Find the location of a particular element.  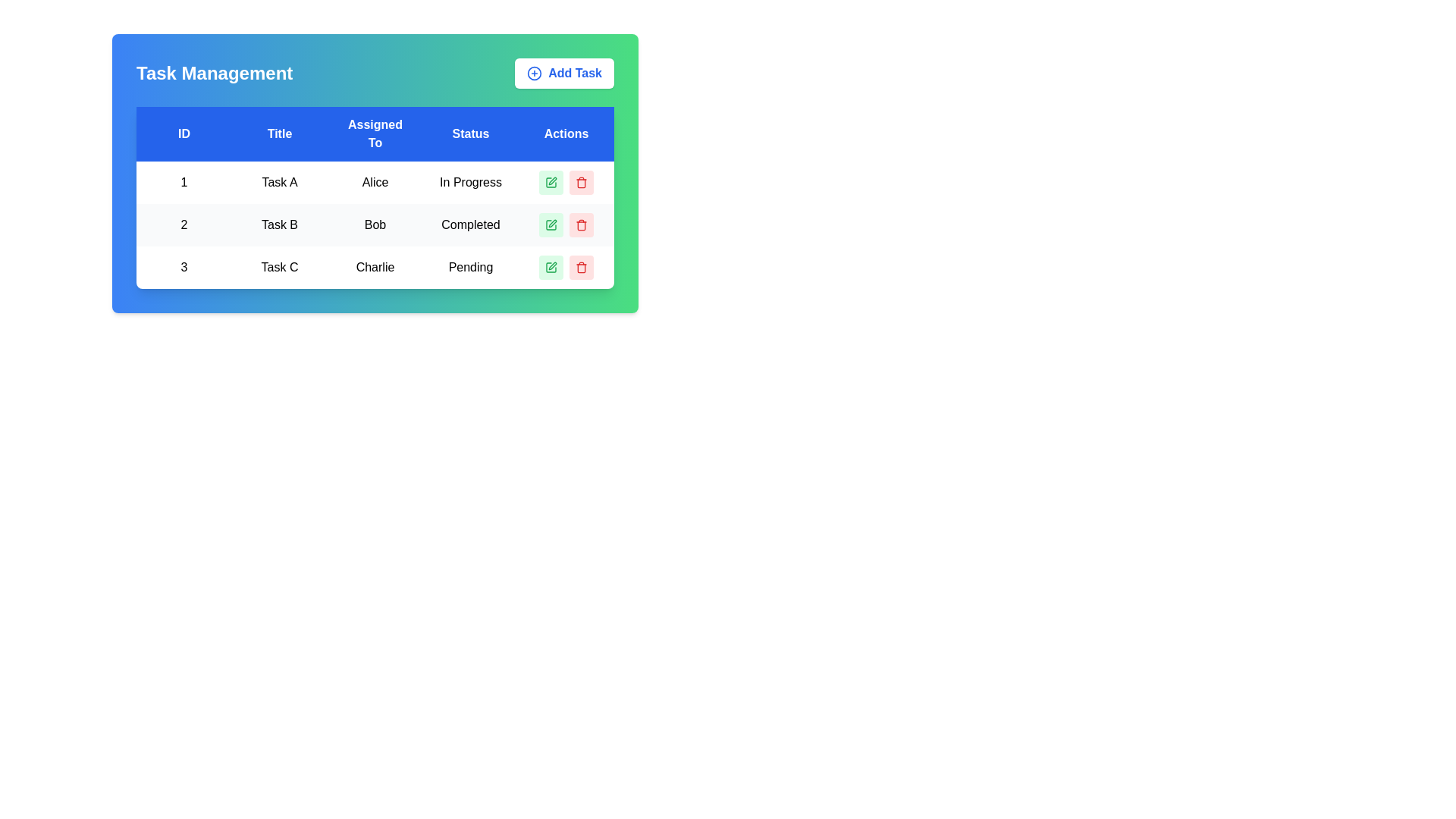

the static text element that identifies the task ID in the first column of the first row of the table is located at coordinates (184, 181).